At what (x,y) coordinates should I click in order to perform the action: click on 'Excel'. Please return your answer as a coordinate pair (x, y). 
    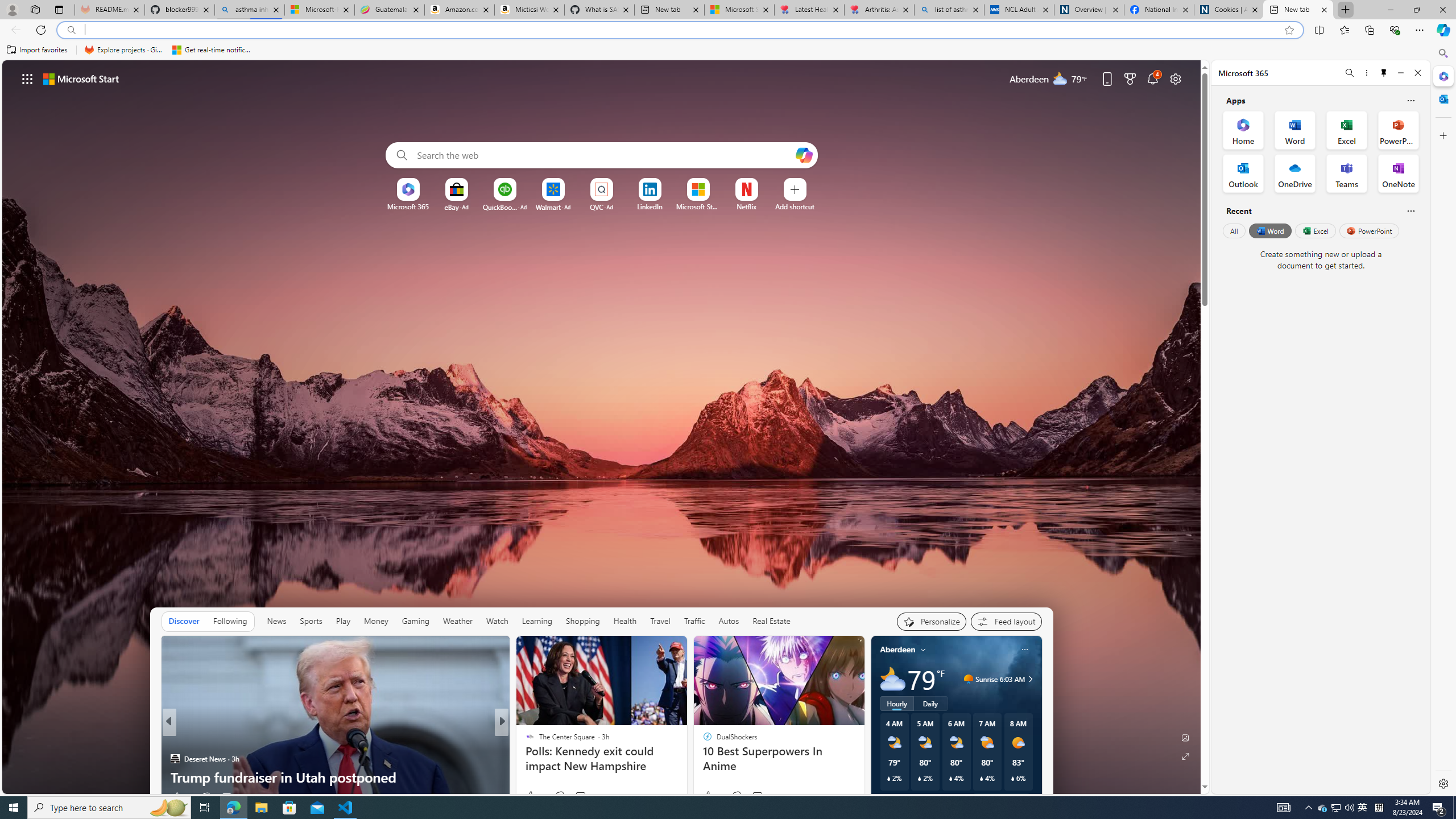
    Looking at the image, I should click on (1314, 230).